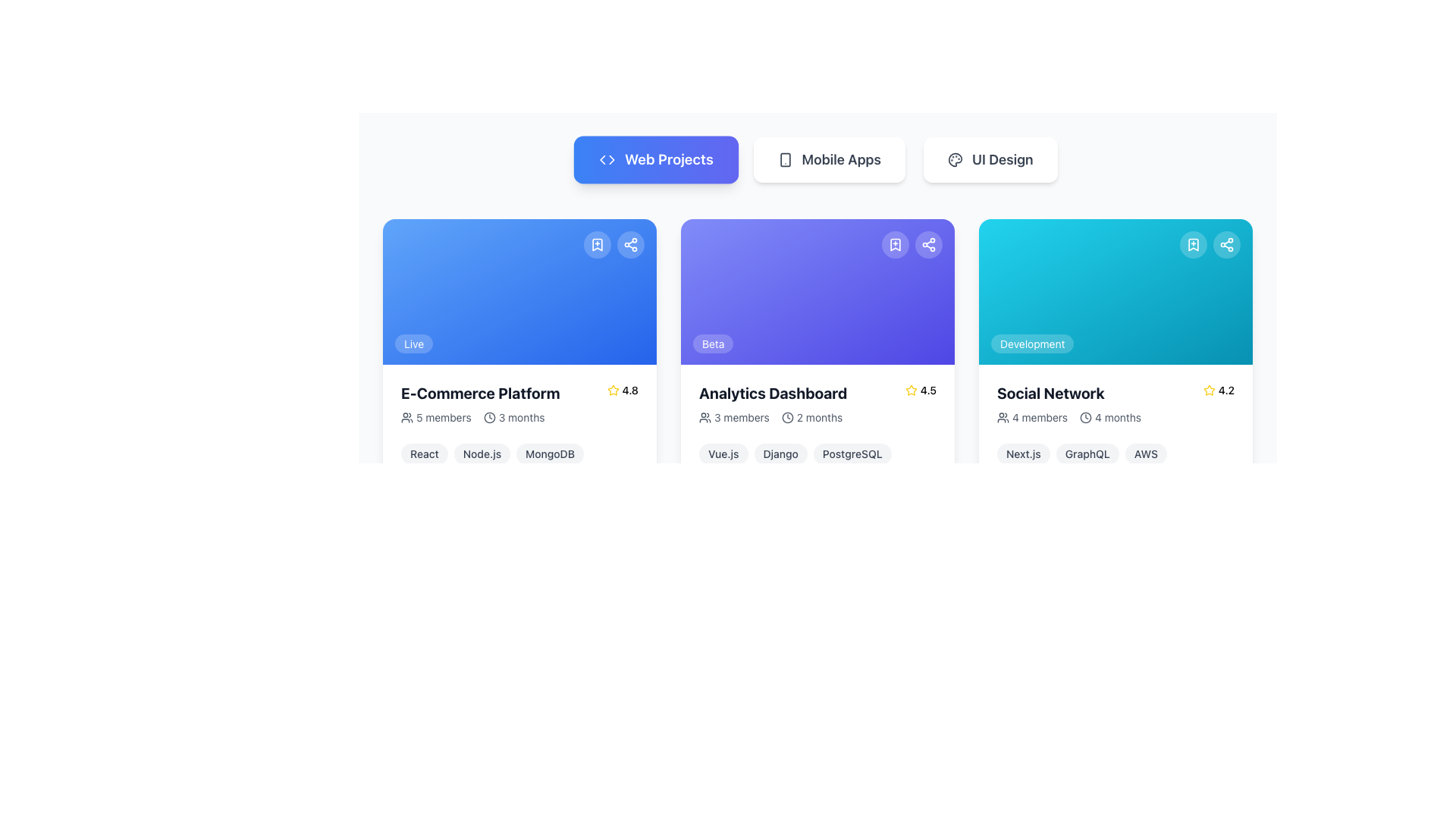  I want to click on the 'GraphQL' tag in the tag list located at the bottom section of the 'Social Network' card for more information, so click(1116, 453).